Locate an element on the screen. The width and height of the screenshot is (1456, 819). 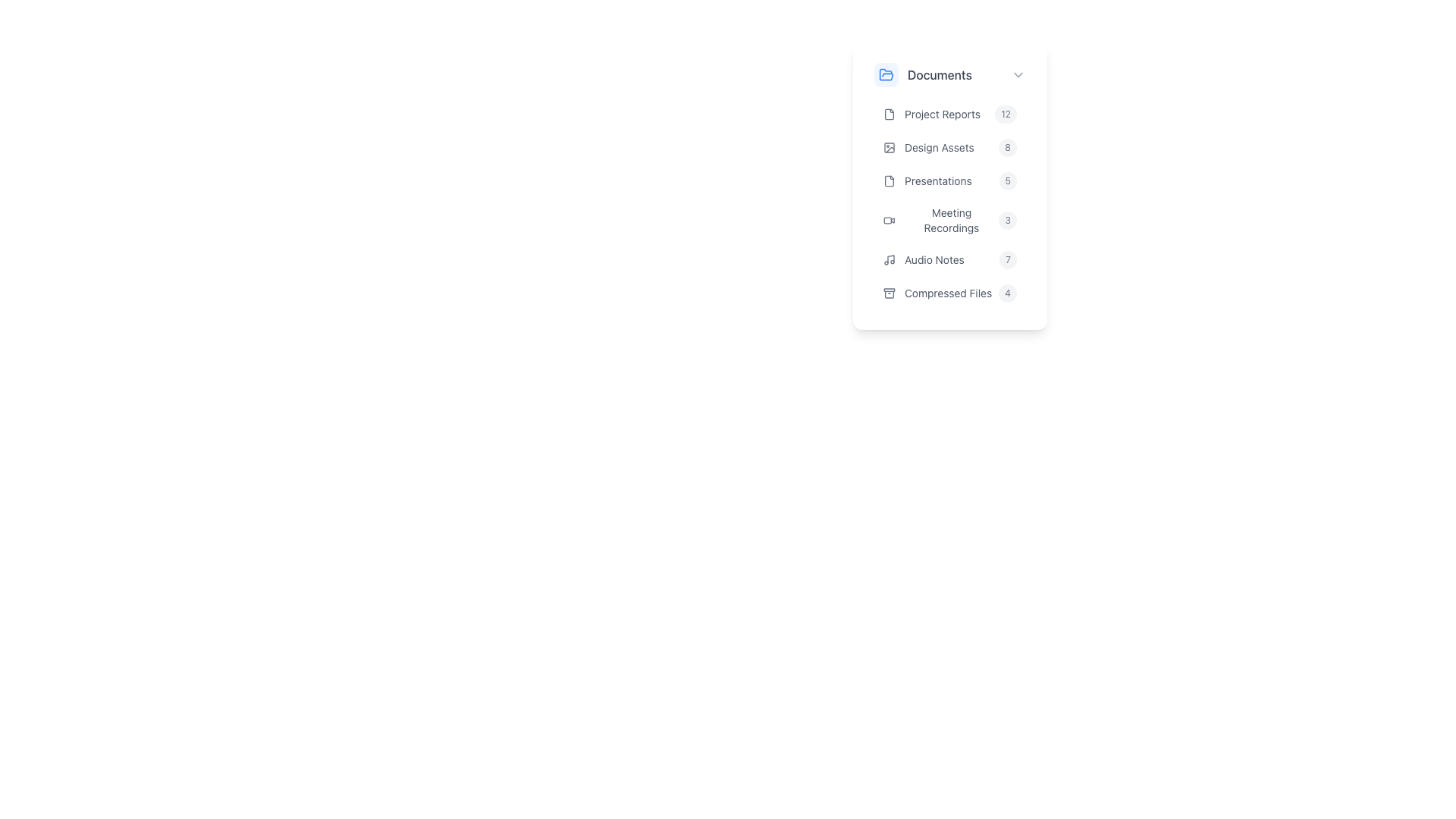
the informational badge displaying the count of items related to 'Compressed Files' is located at coordinates (1008, 293).